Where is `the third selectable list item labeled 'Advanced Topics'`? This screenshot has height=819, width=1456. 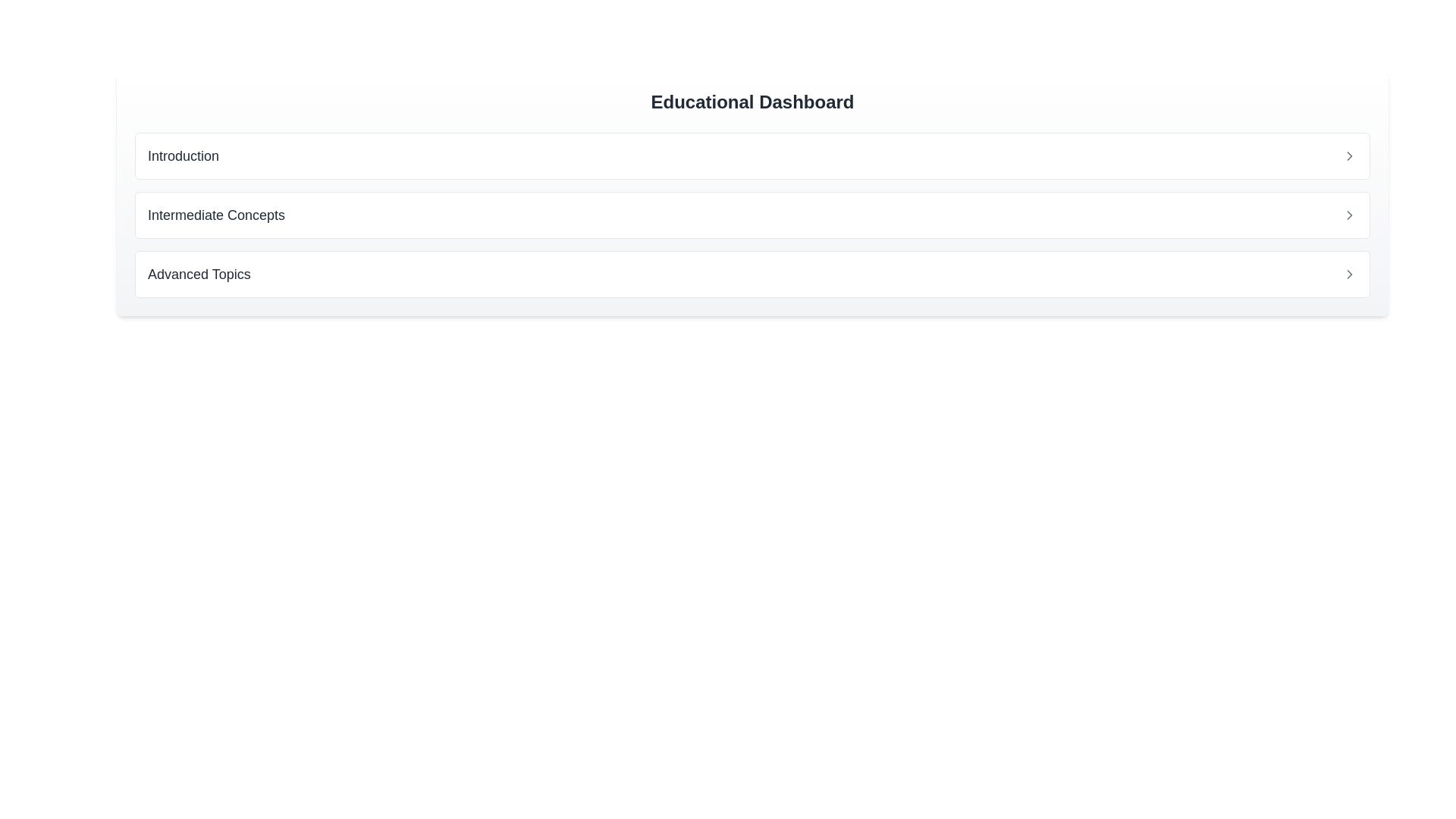 the third selectable list item labeled 'Advanced Topics' is located at coordinates (752, 275).